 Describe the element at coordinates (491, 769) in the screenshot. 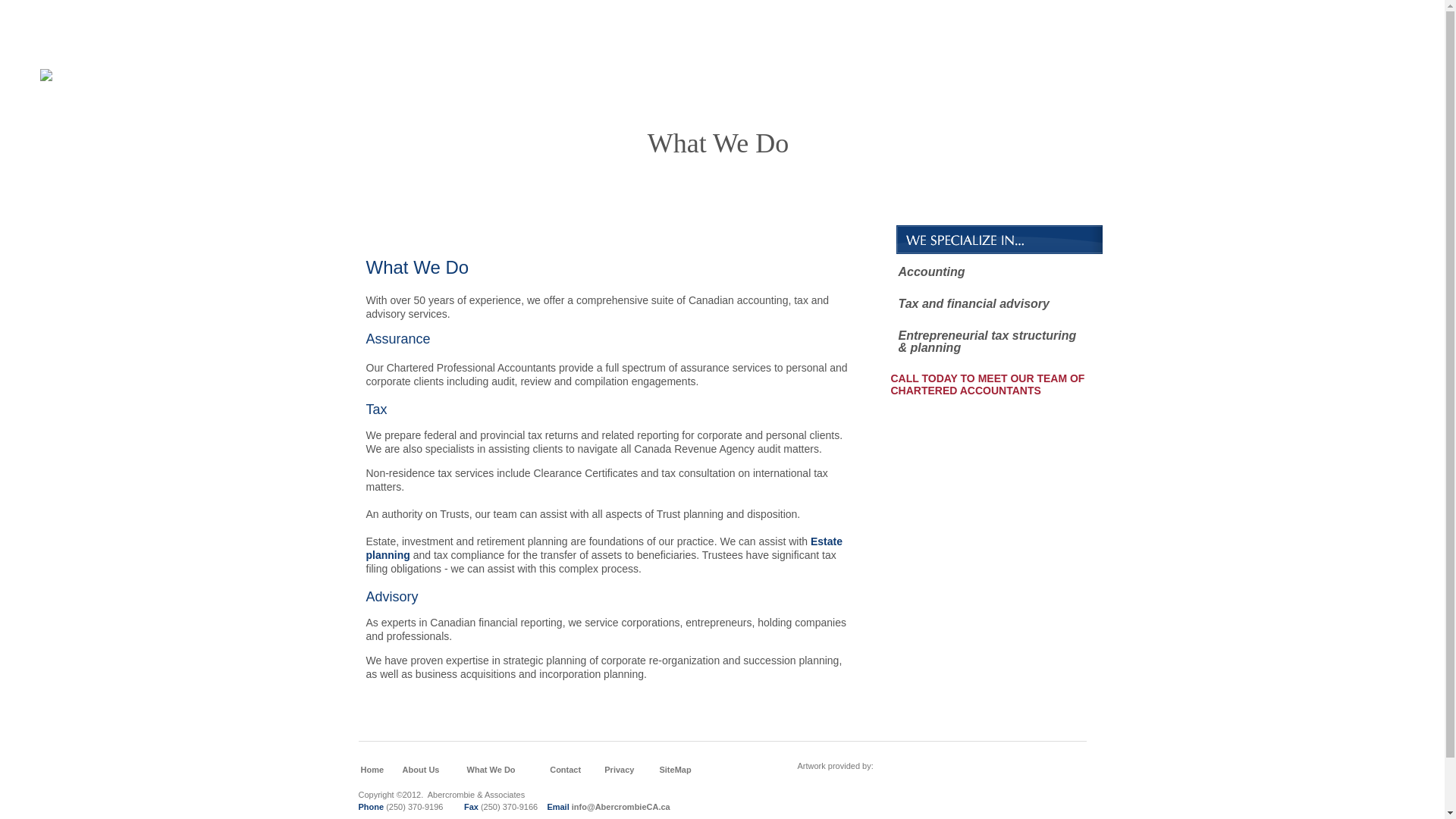

I see `'What We Do'` at that location.